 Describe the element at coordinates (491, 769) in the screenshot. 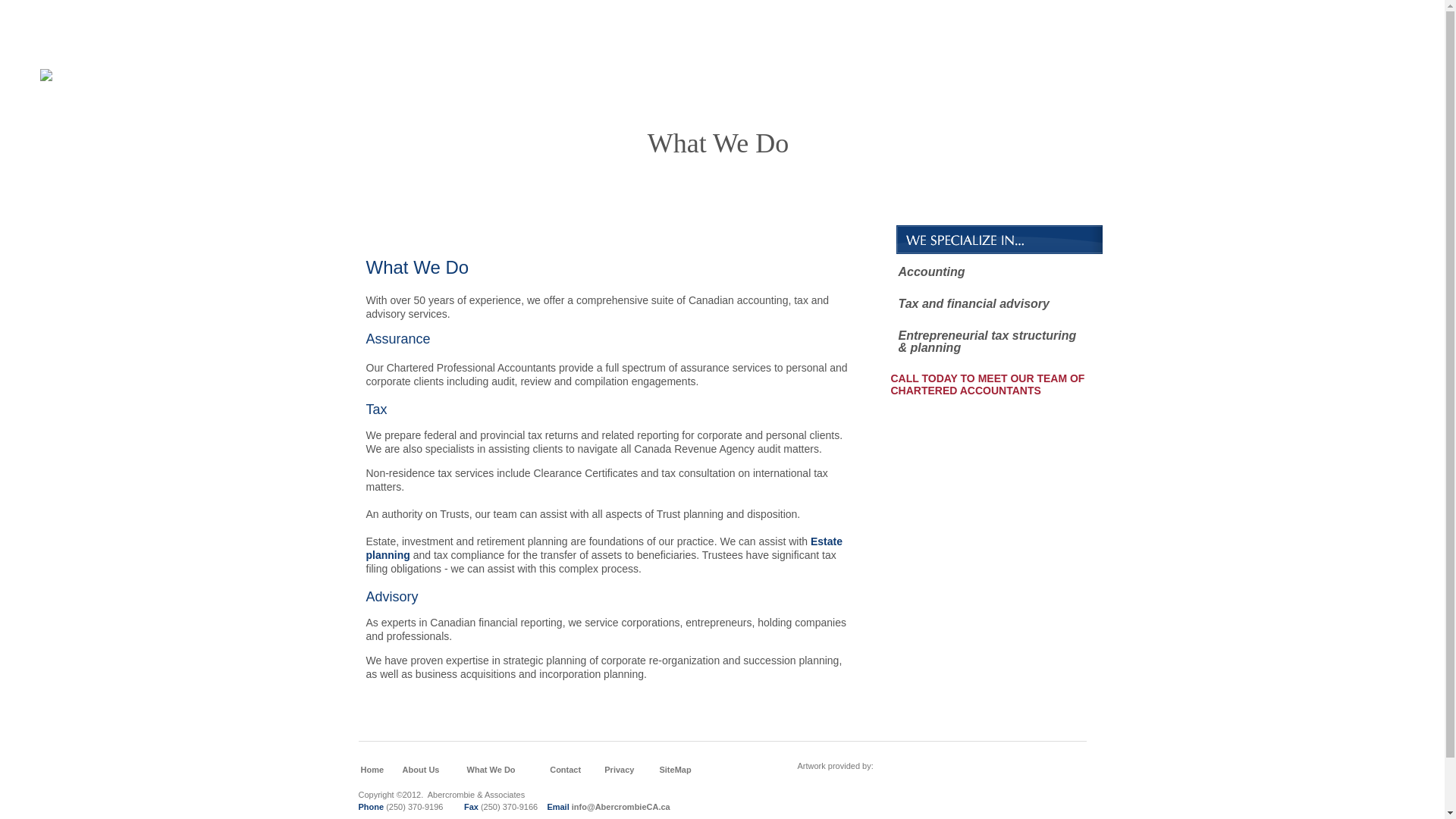

I see `'What We Do'` at that location.